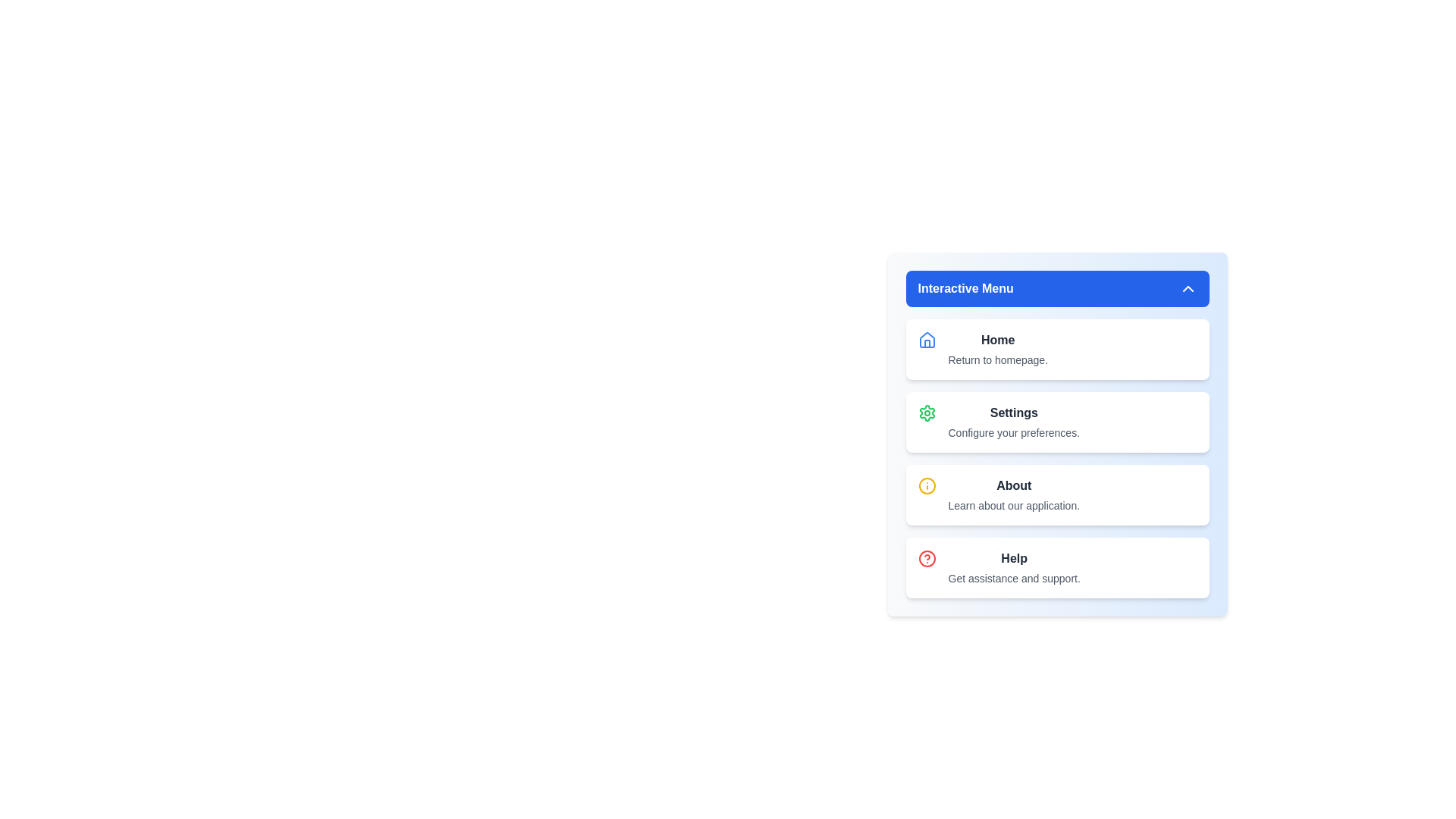  I want to click on the descriptive text label that guides users about the functionality of the 'Home' section, located directly below the bold text 'Home' in the first card of the interactive menu, so click(998, 359).